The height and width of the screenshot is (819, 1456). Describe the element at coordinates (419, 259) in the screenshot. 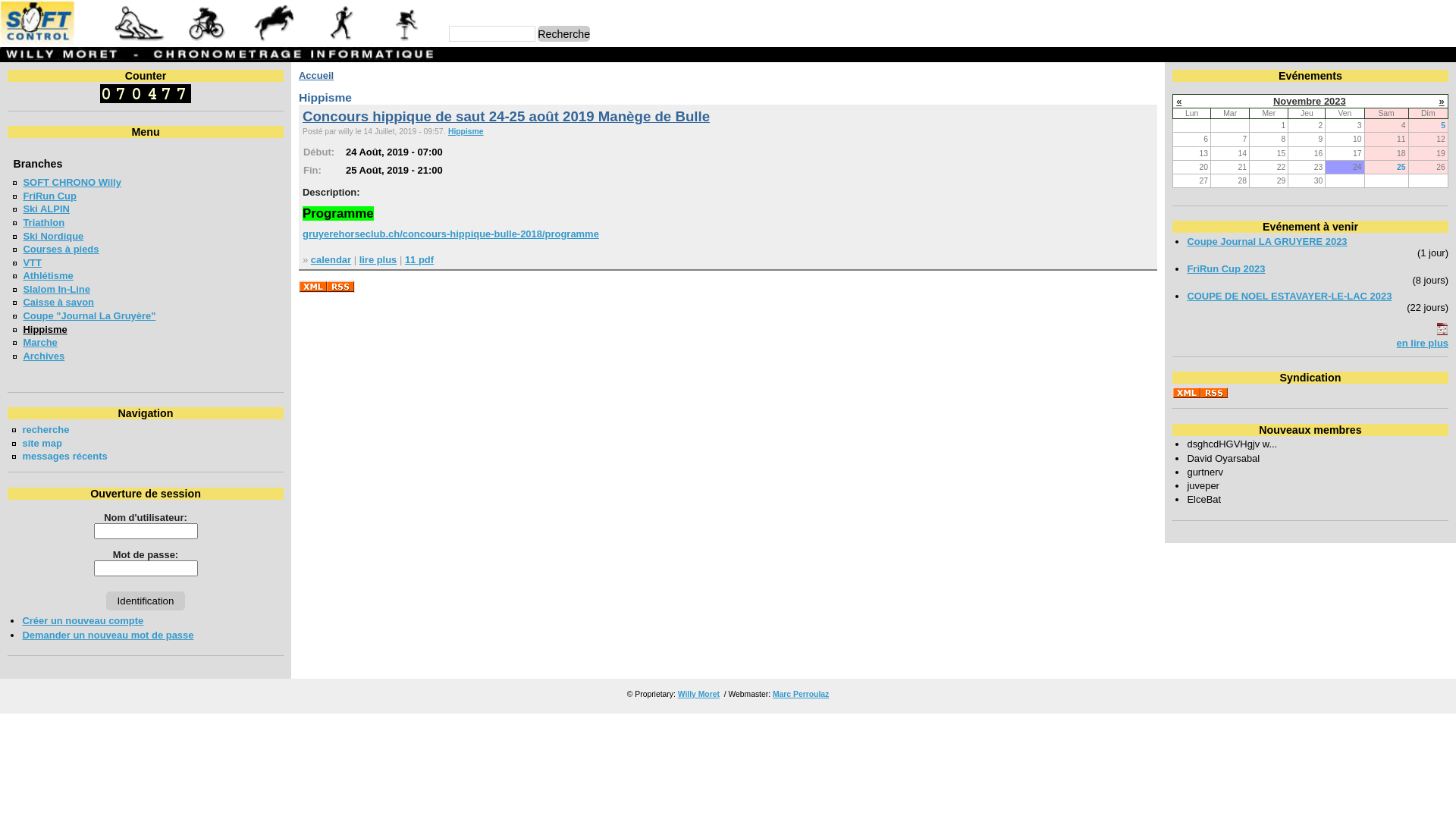

I see `'11 pdf'` at that location.